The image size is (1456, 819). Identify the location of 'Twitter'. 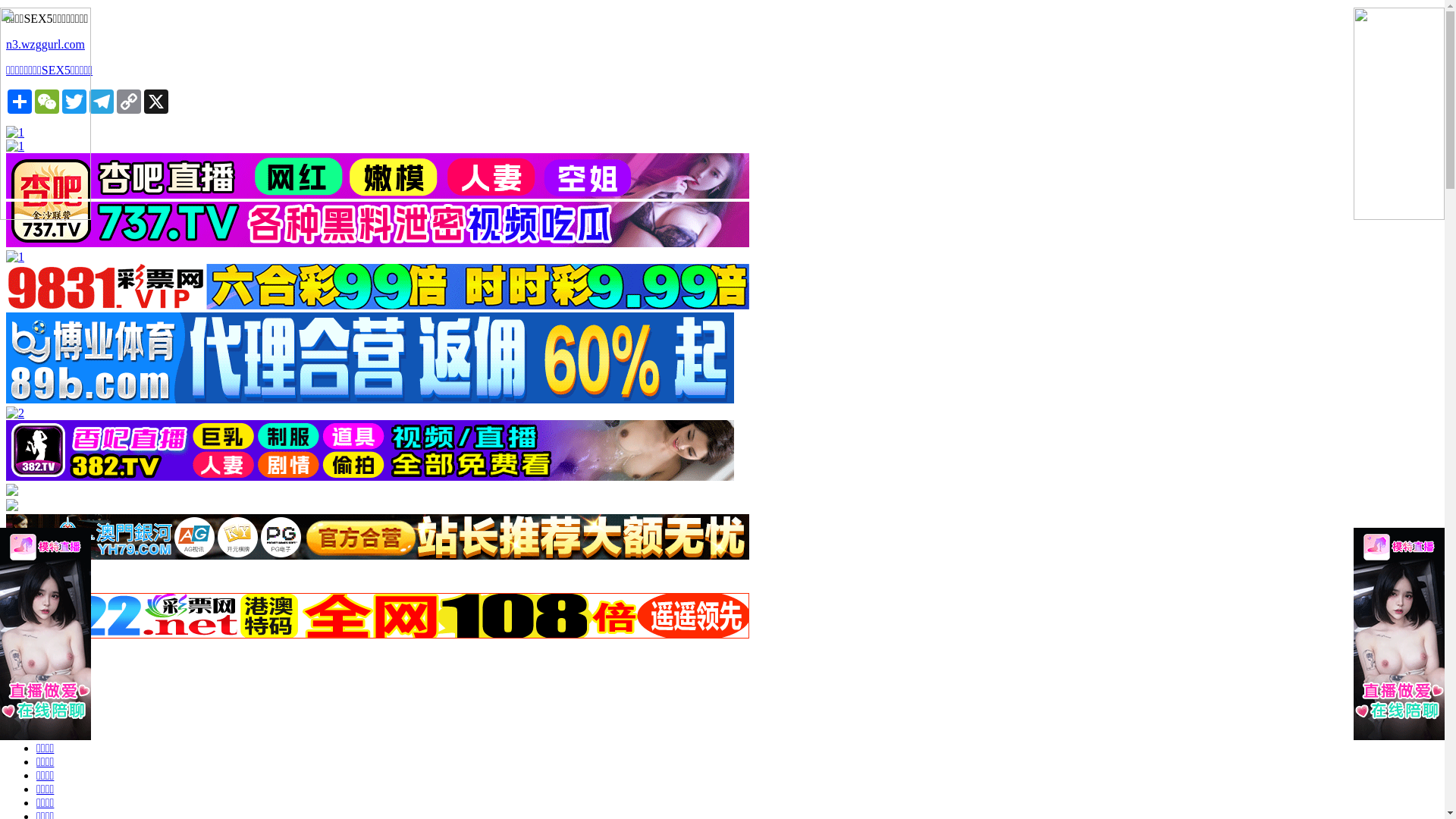
(73, 102).